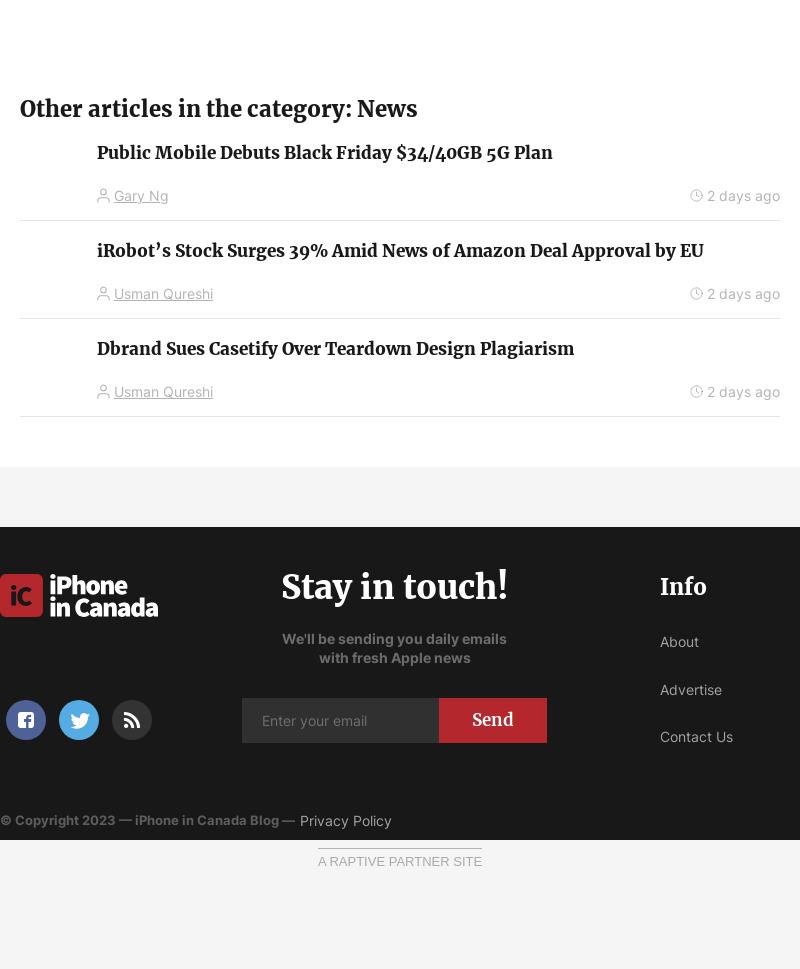 The width and height of the screenshot is (800, 969). I want to click on 'Info', so click(683, 586).